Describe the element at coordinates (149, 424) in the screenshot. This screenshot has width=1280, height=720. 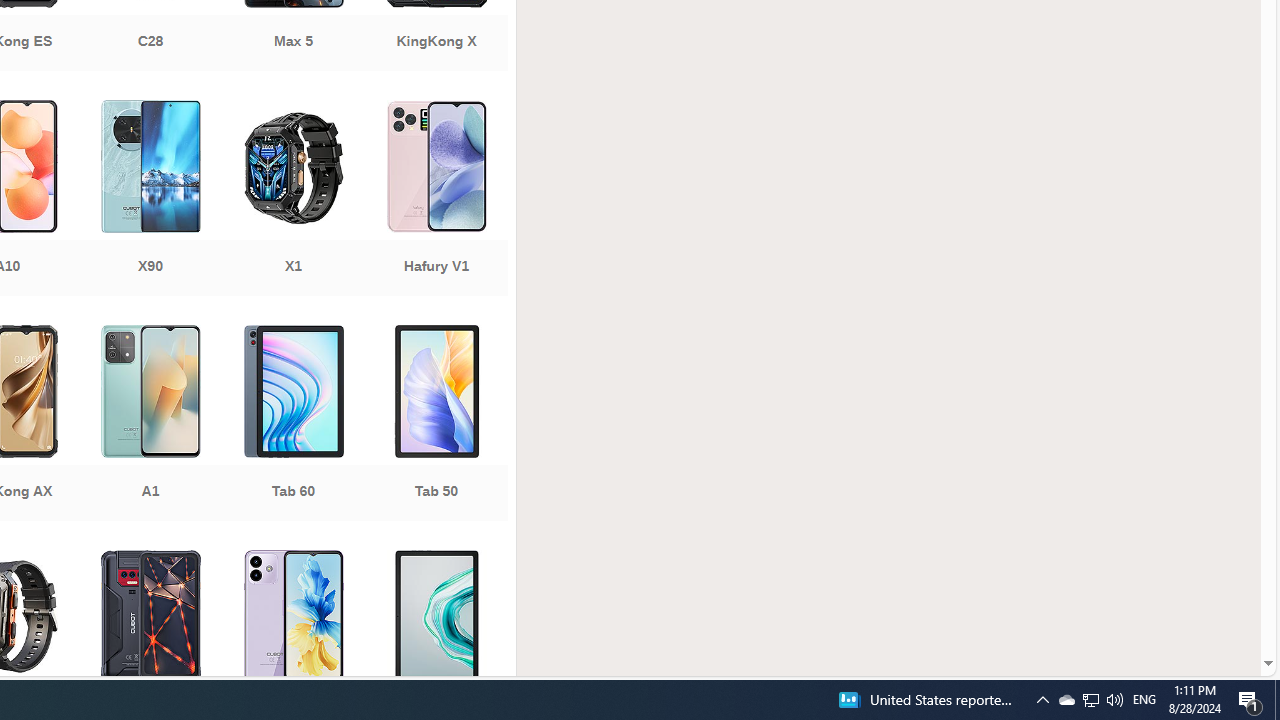
I see `'A1'` at that location.